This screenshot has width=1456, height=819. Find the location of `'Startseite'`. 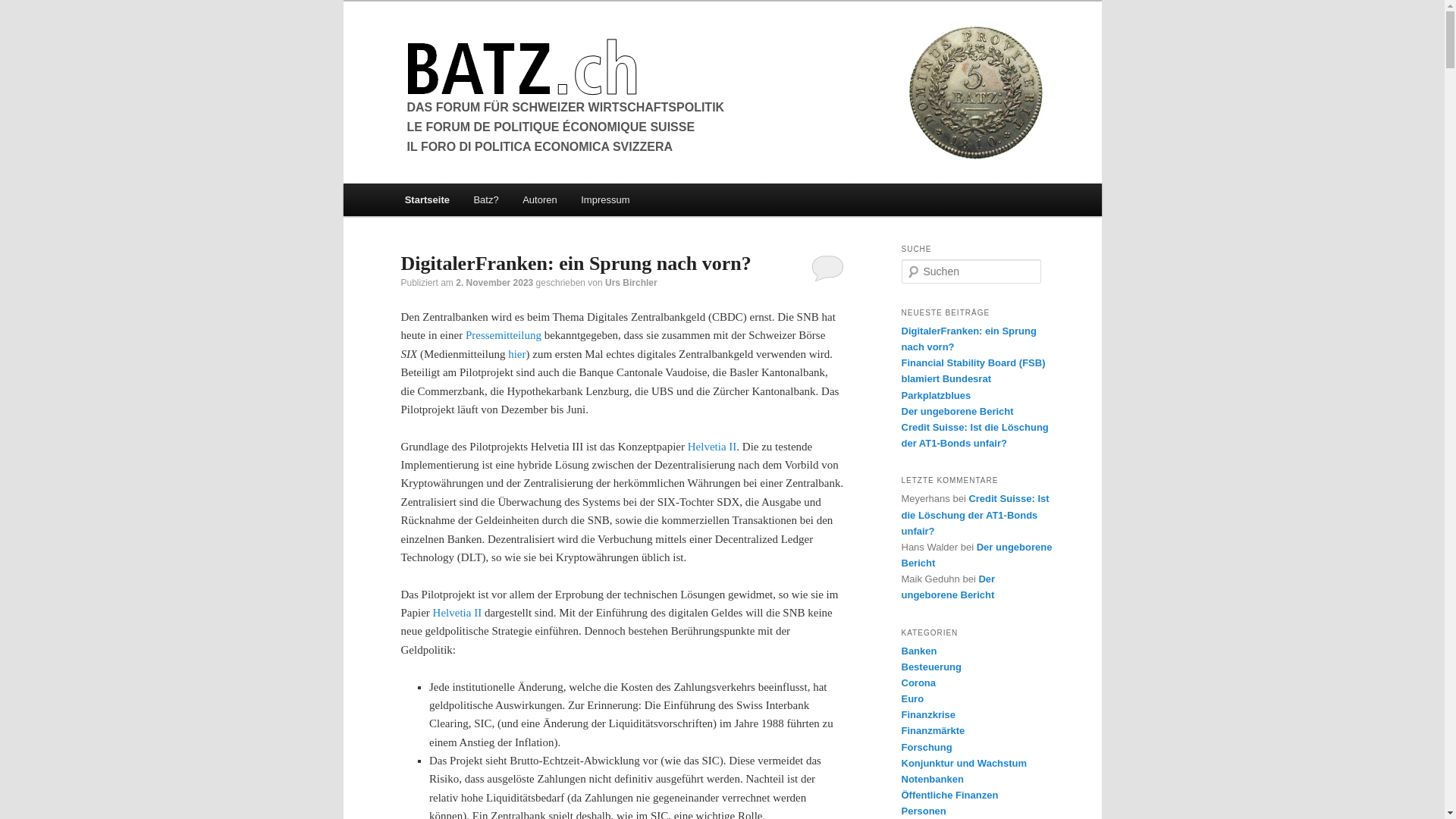

'Startseite' is located at coordinates (393, 199).